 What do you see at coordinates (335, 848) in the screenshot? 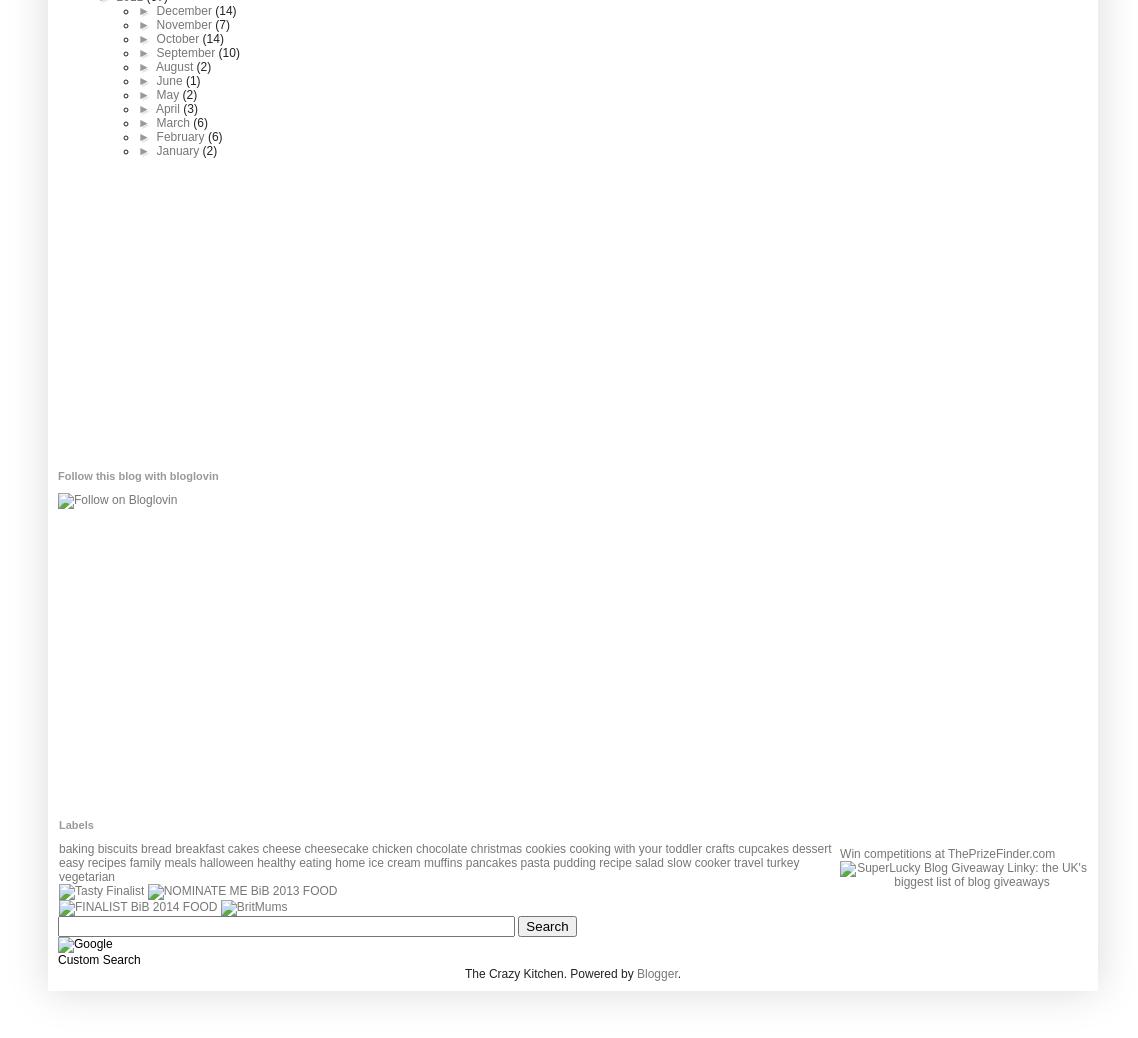
I see `'cheesecake'` at bounding box center [335, 848].